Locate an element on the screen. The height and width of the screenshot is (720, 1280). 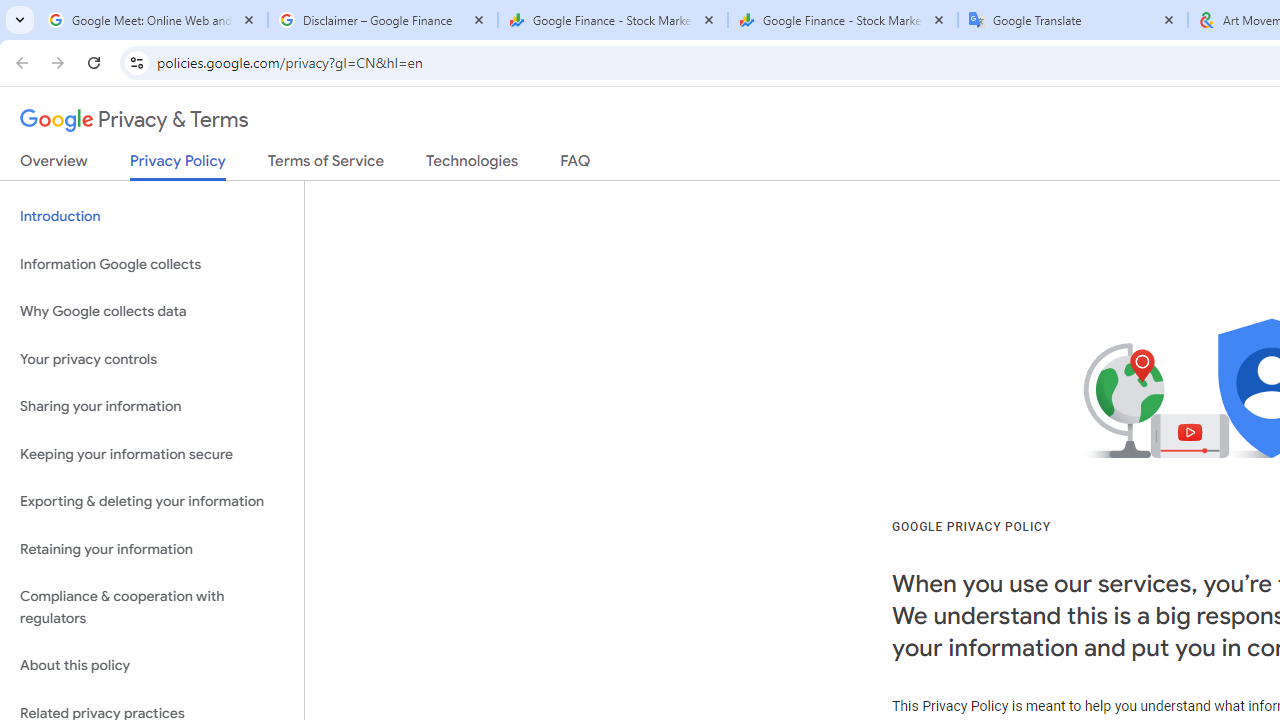
'Google Translate' is located at coordinates (1071, 20).